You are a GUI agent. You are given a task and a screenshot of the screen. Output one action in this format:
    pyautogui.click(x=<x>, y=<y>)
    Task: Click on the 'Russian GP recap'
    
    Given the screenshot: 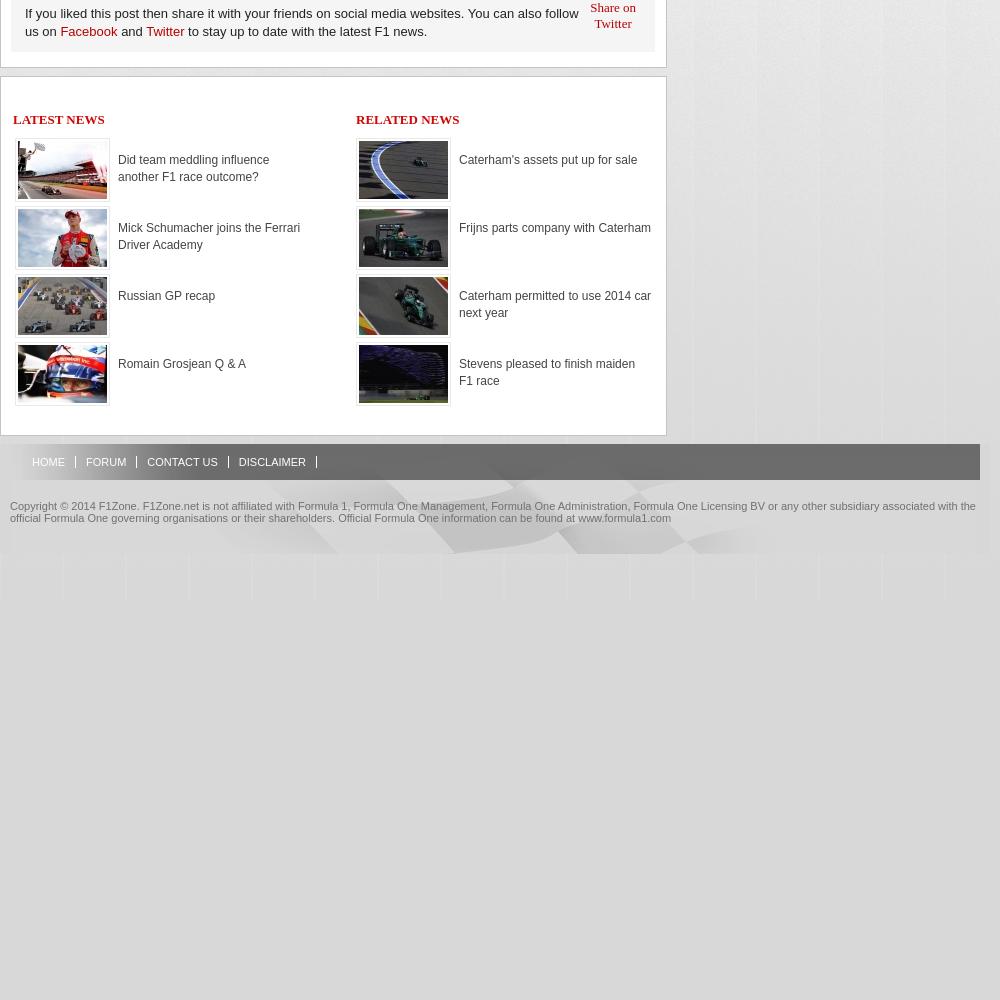 What is the action you would take?
    pyautogui.click(x=166, y=296)
    